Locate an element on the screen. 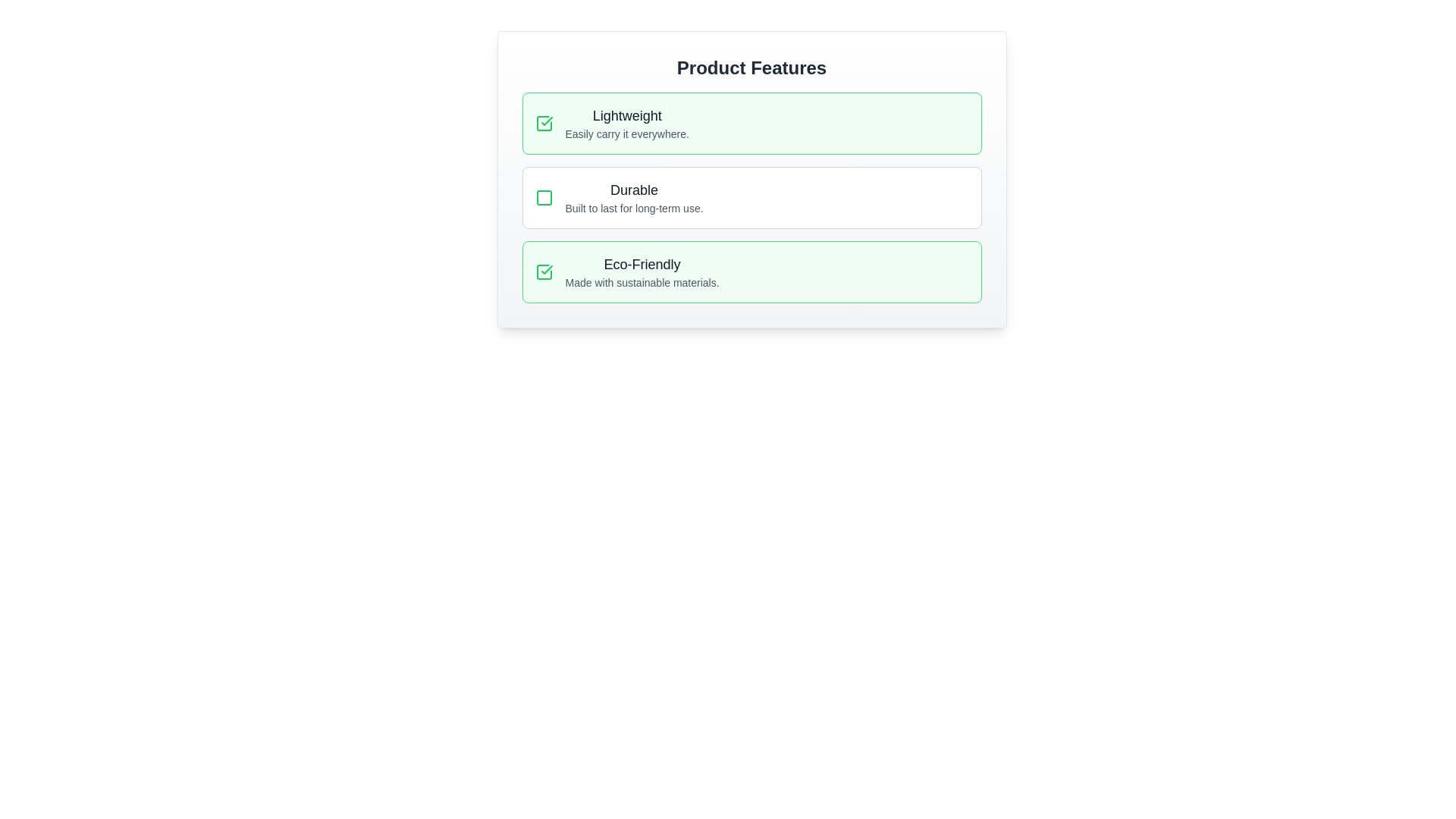 Image resolution: width=1456 pixels, height=819 pixels. the decorative icon in the 'Durable' feature card, which is positioned towards the left edge before the associated text is located at coordinates (544, 197).